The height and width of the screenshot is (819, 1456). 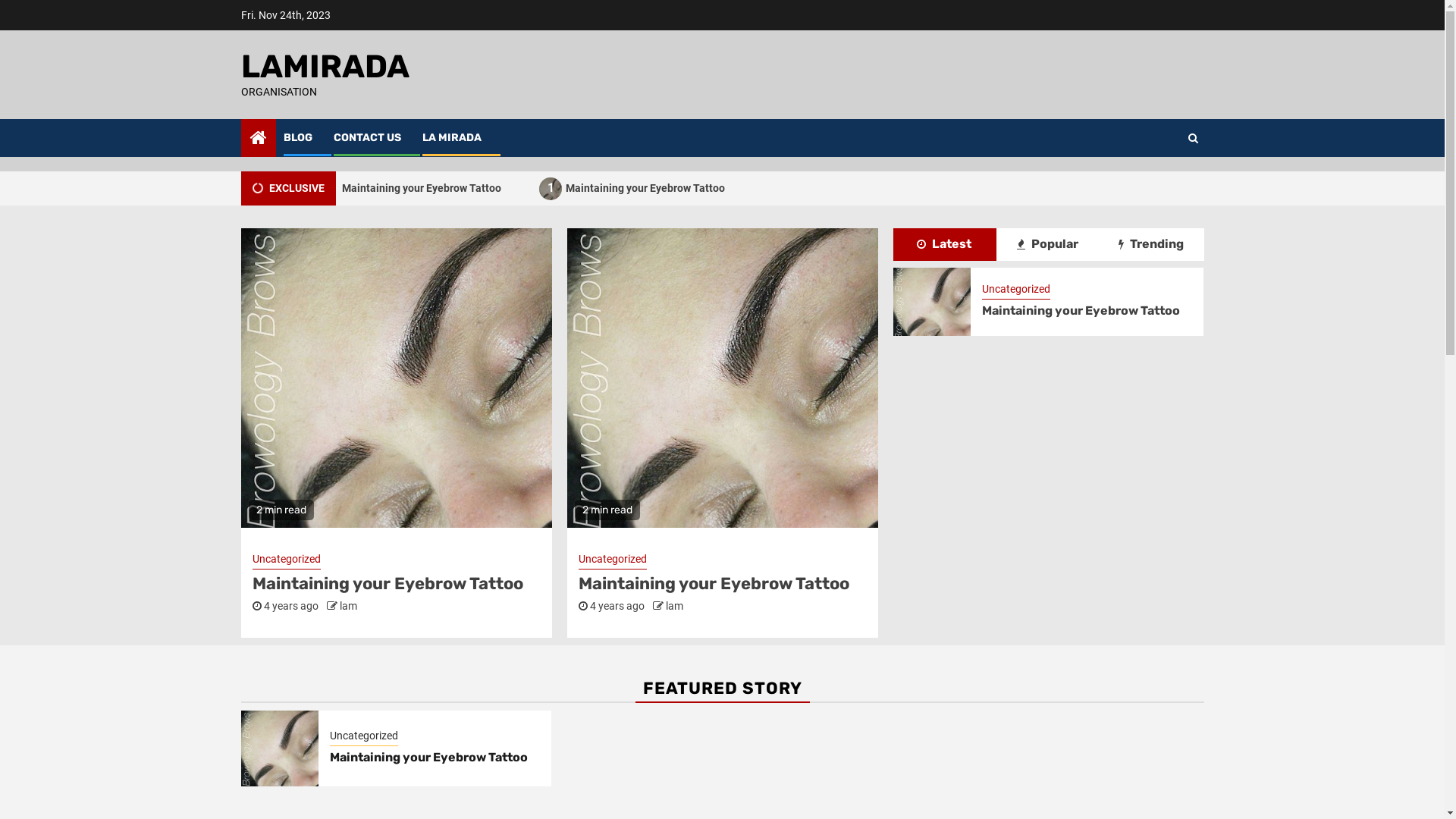 I want to click on 'Latest', so click(x=943, y=243).